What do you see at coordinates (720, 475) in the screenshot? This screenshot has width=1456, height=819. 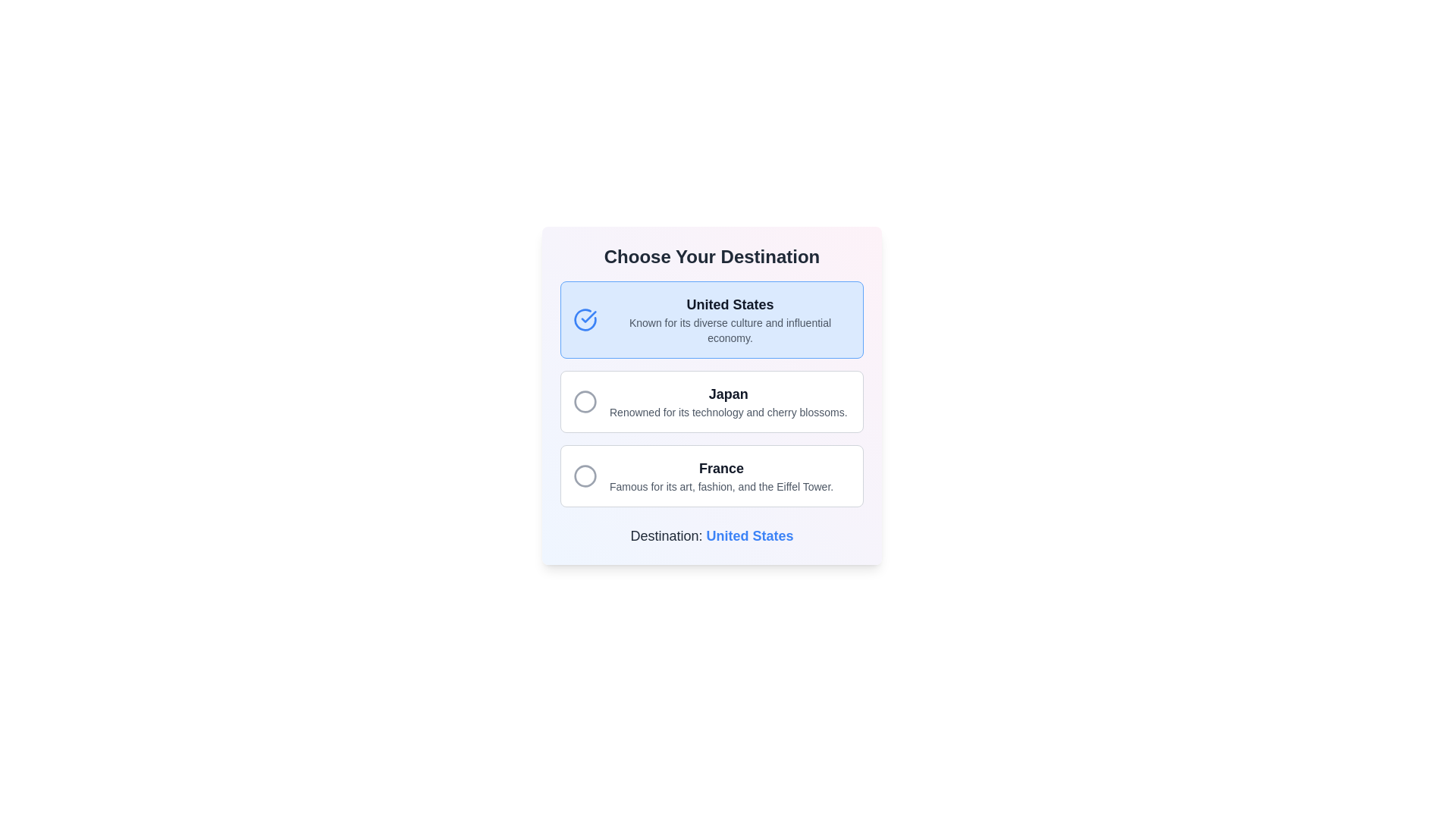 I see `the static text element that displays information about 'France', located within the third option card under the heading 'Choose Your Destination'` at bounding box center [720, 475].